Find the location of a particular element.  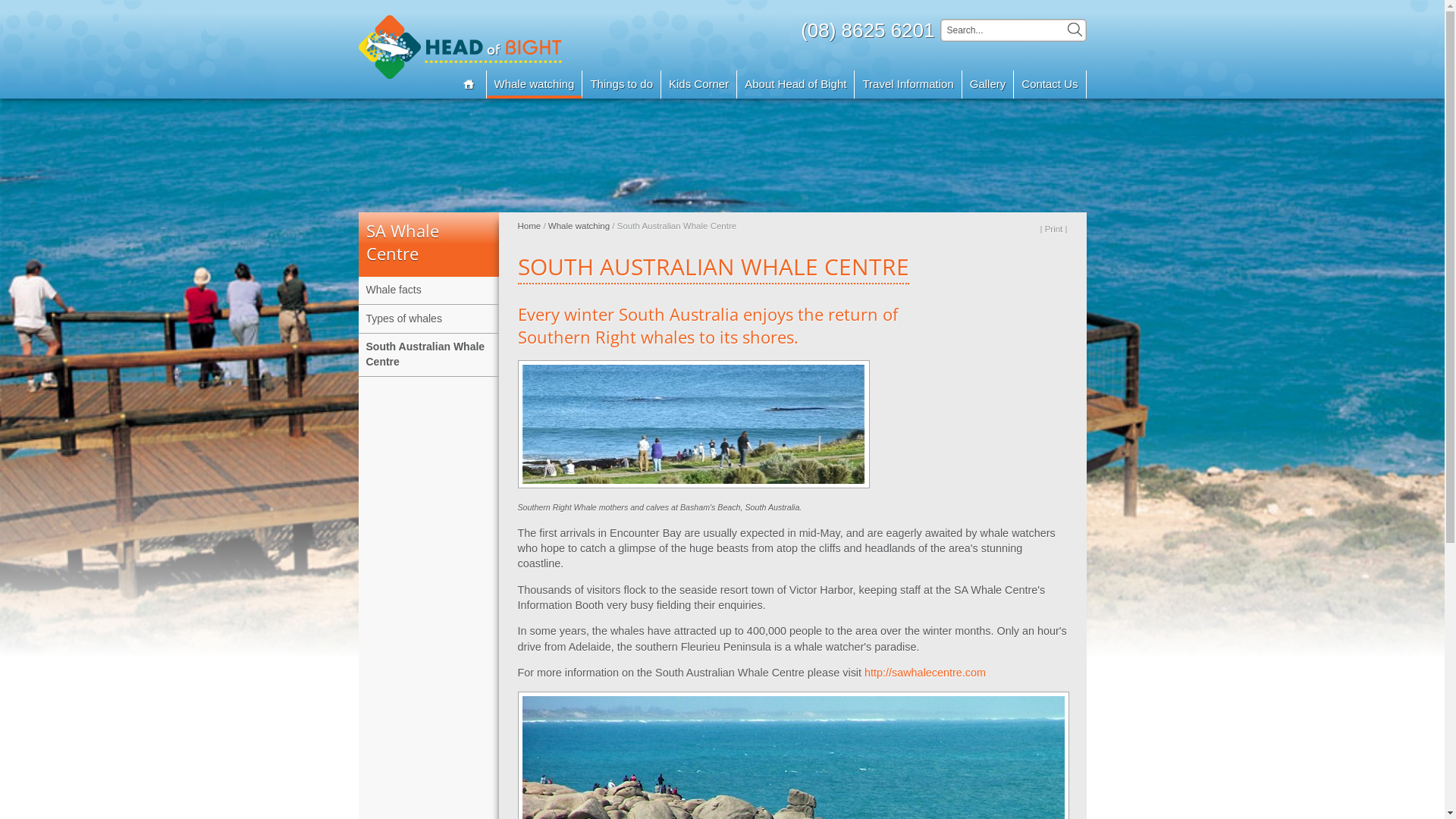

'| Print |' is located at coordinates (1052, 228).